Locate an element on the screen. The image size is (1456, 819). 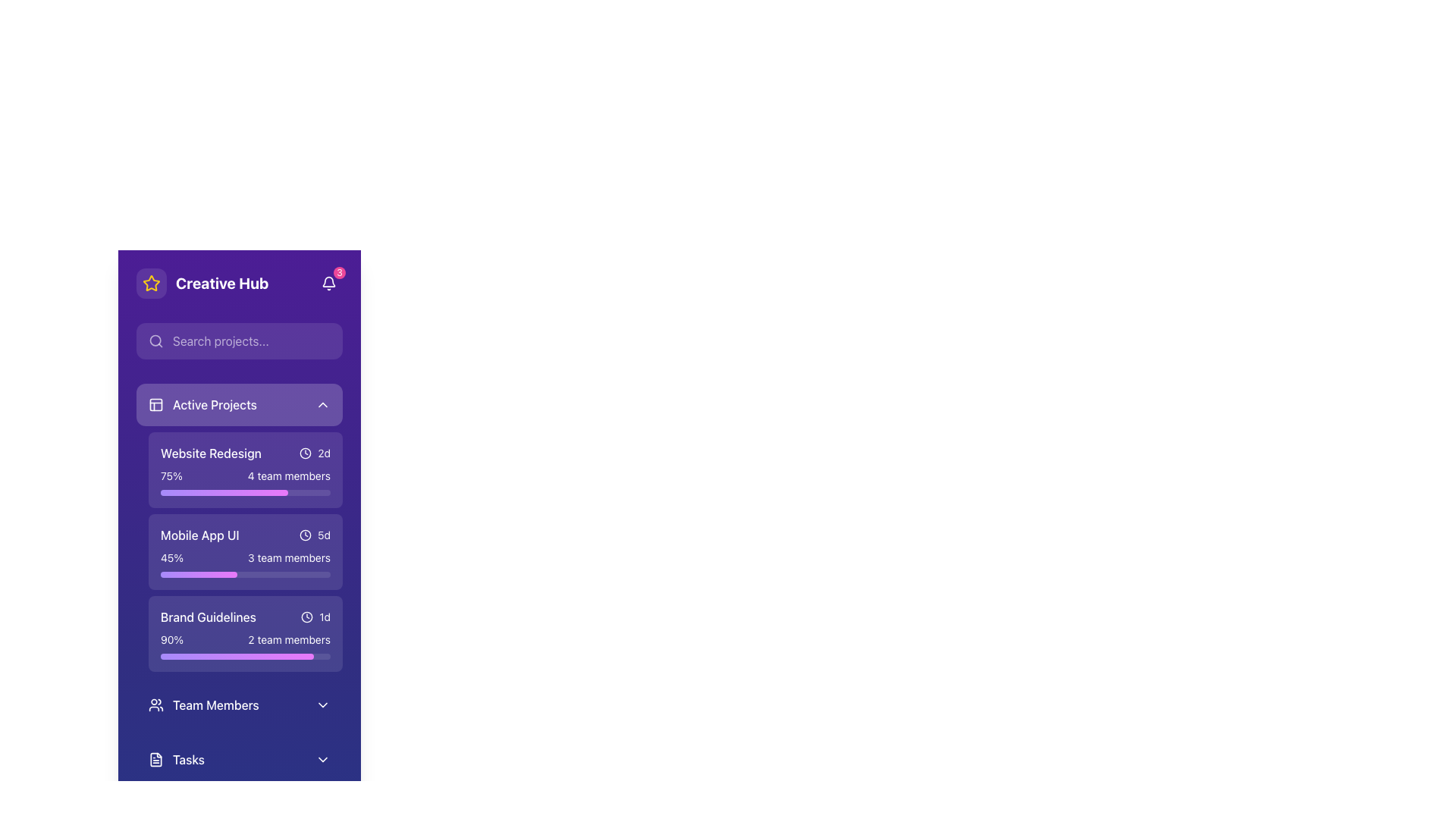
the time indicator icon located to the right of the 'Website Redesign' label and before the '2d' text display is located at coordinates (305, 452).